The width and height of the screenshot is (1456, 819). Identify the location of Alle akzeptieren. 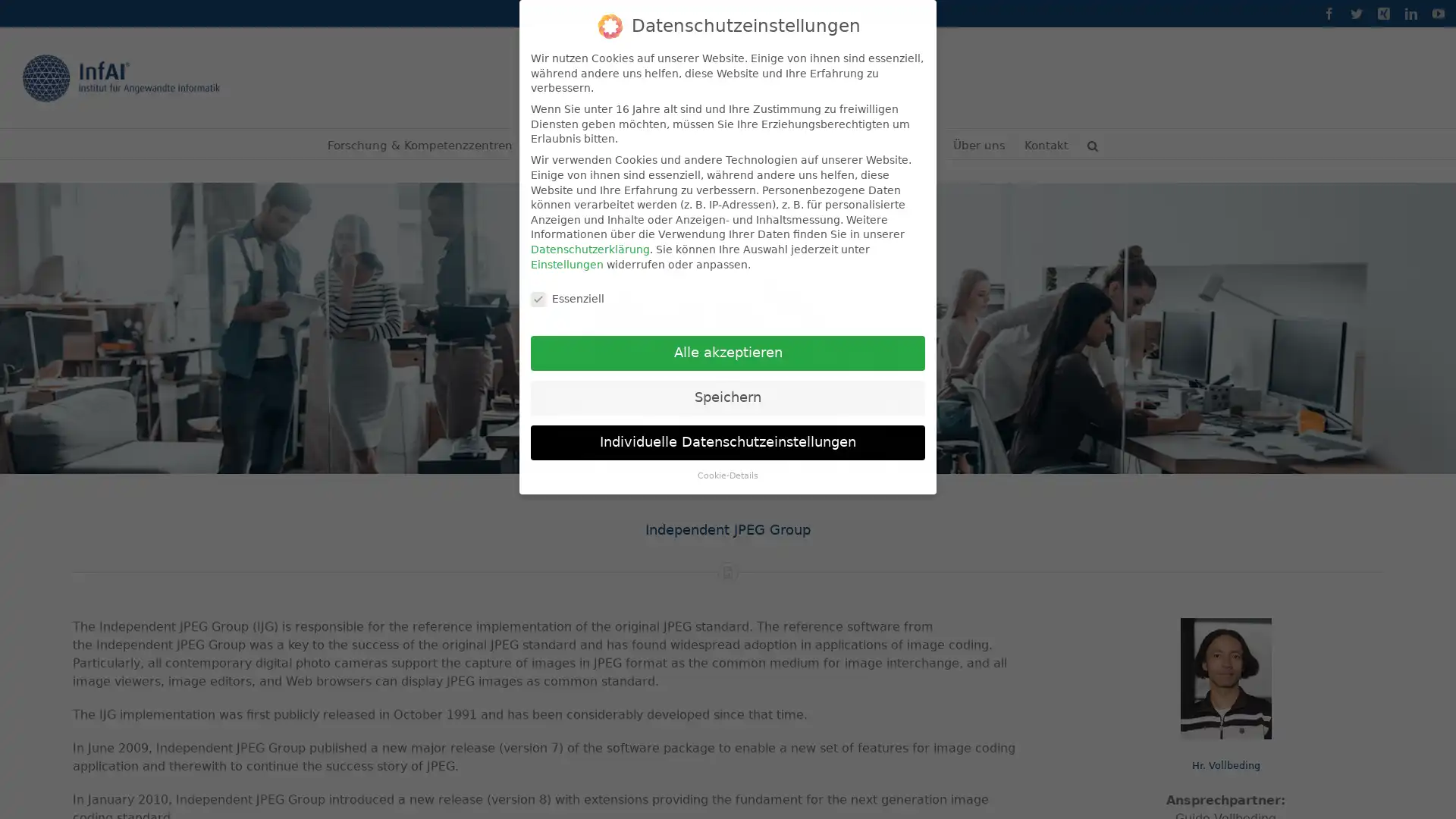
(728, 353).